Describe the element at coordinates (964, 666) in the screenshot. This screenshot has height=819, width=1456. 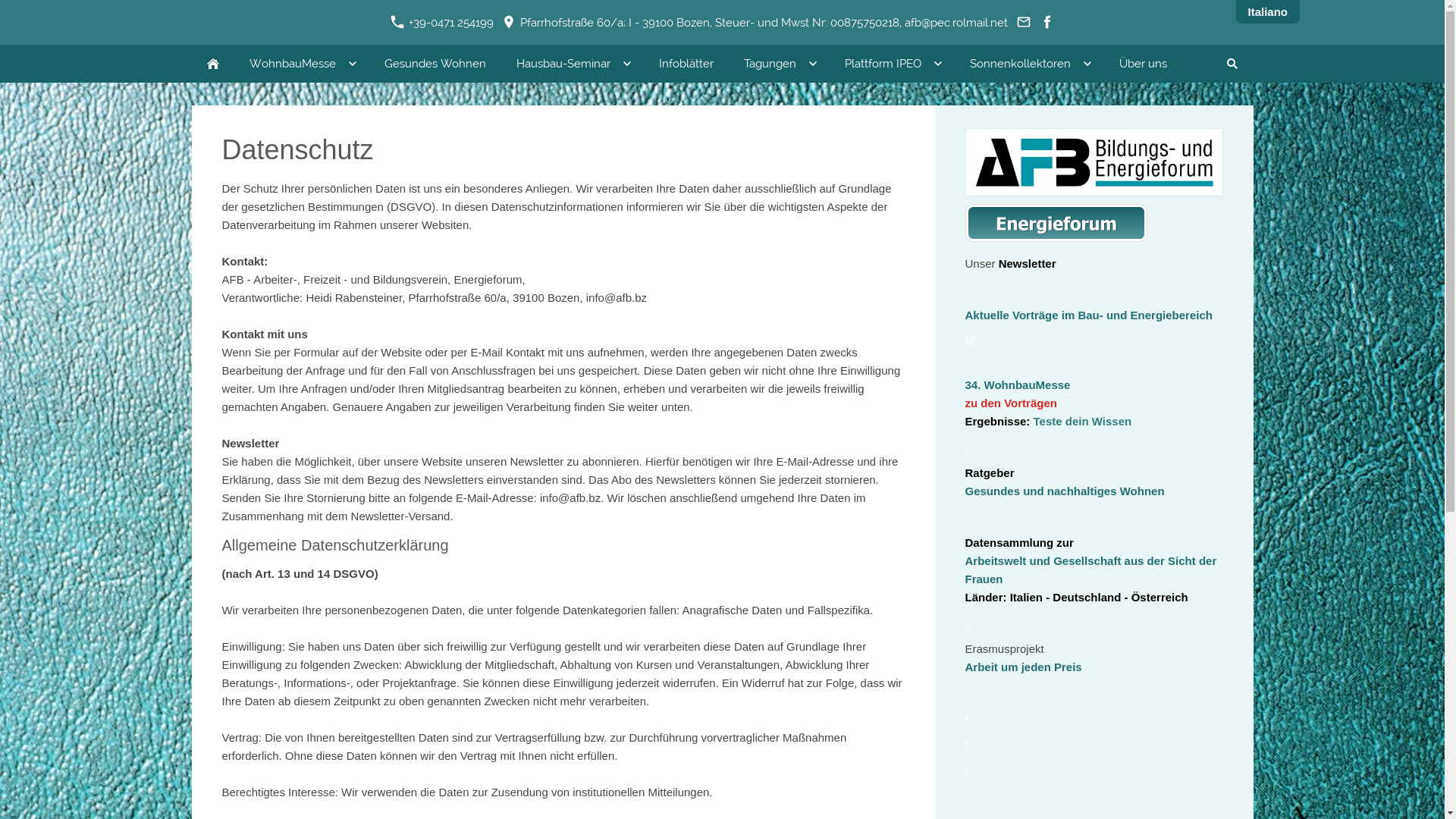
I see `'Arbeit um jeden Preis'` at that location.